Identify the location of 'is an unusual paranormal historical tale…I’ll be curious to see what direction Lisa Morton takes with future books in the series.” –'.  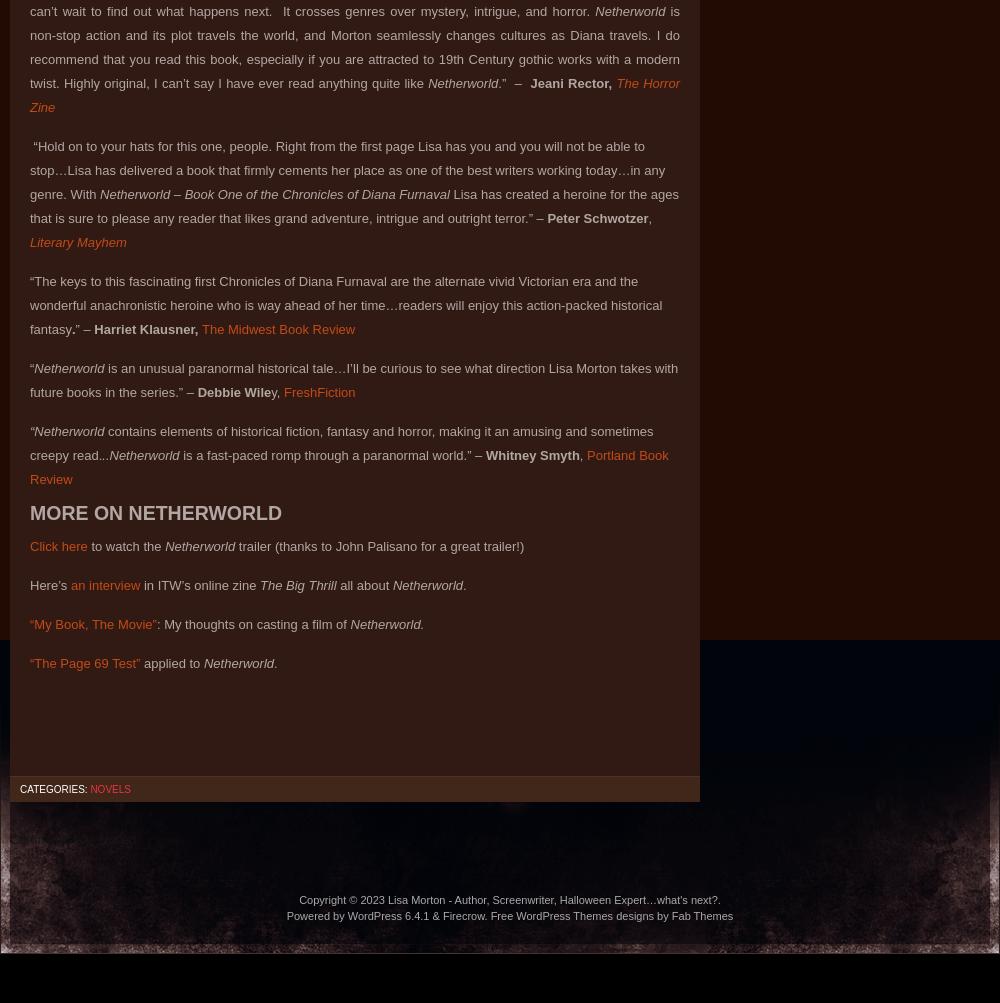
(353, 379).